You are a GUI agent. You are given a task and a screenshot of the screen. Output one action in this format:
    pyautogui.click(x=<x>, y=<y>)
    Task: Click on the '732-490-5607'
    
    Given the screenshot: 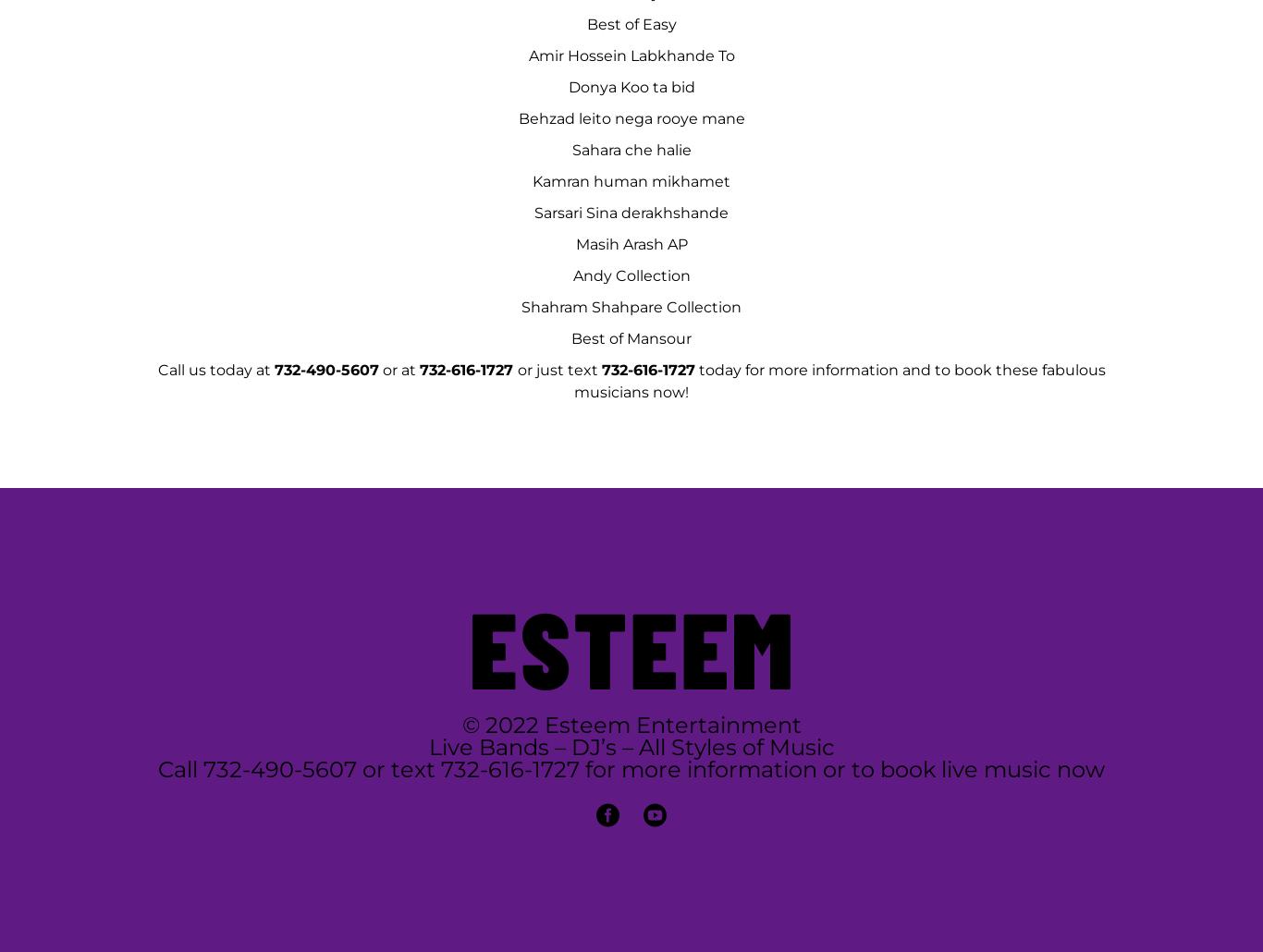 What is the action you would take?
    pyautogui.click(x=325, y=370)
    